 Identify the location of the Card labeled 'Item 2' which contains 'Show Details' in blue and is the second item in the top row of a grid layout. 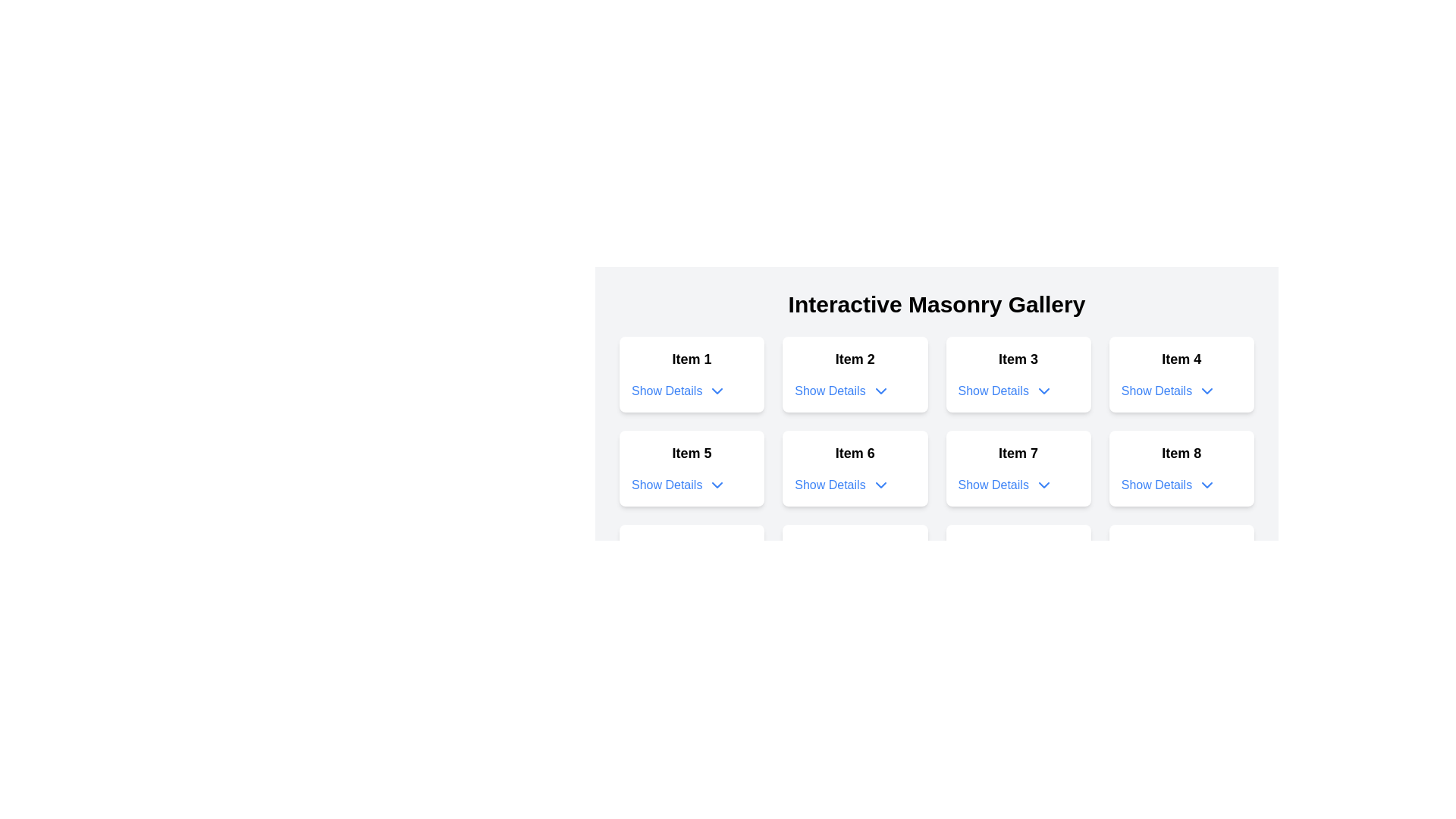
(855, 374).